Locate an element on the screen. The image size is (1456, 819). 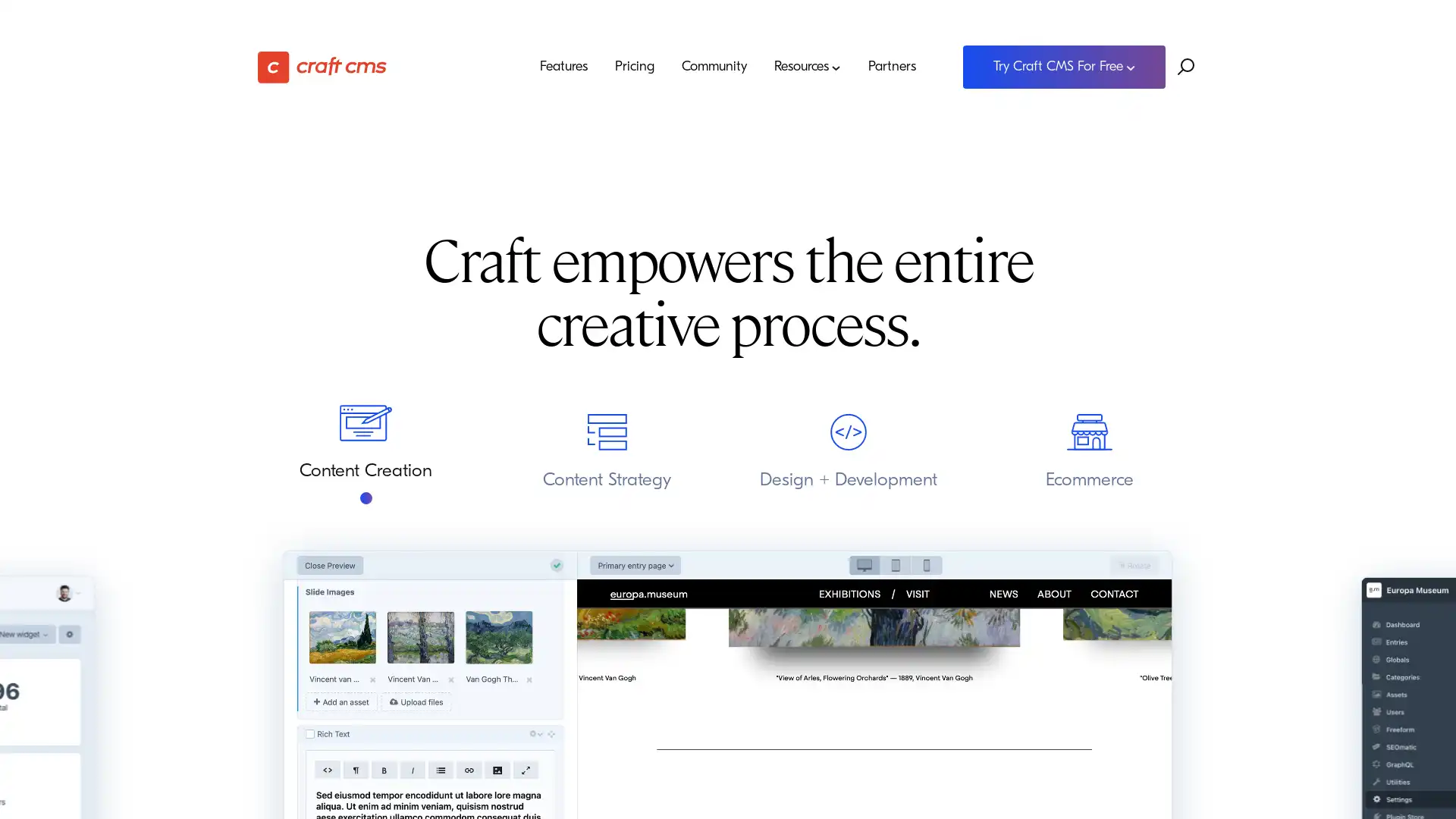
Try Craft CMS For Free is located at coordinates (1063, 66).